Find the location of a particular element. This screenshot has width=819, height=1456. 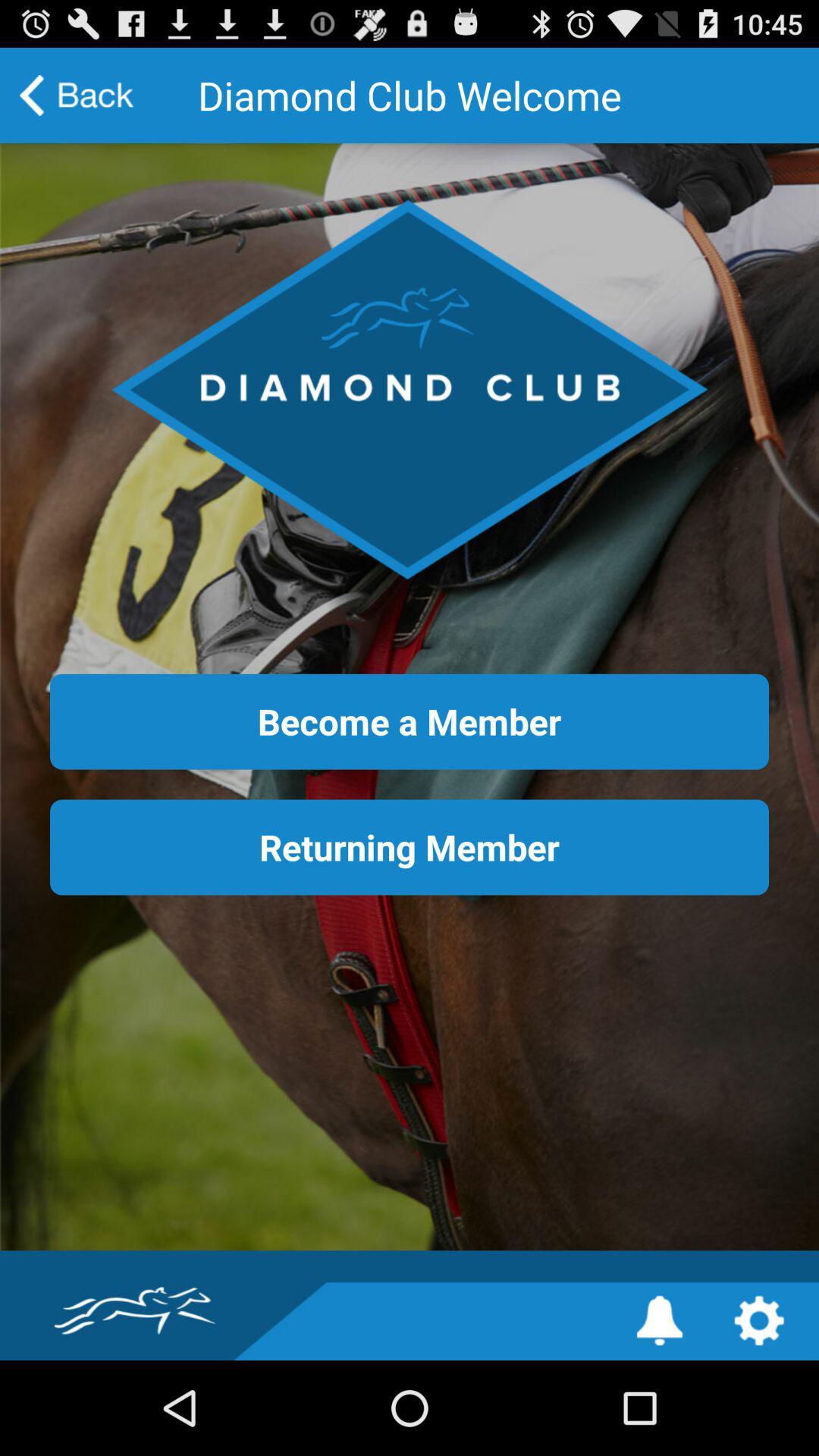

the settings is located at coordinates (759, 1319).